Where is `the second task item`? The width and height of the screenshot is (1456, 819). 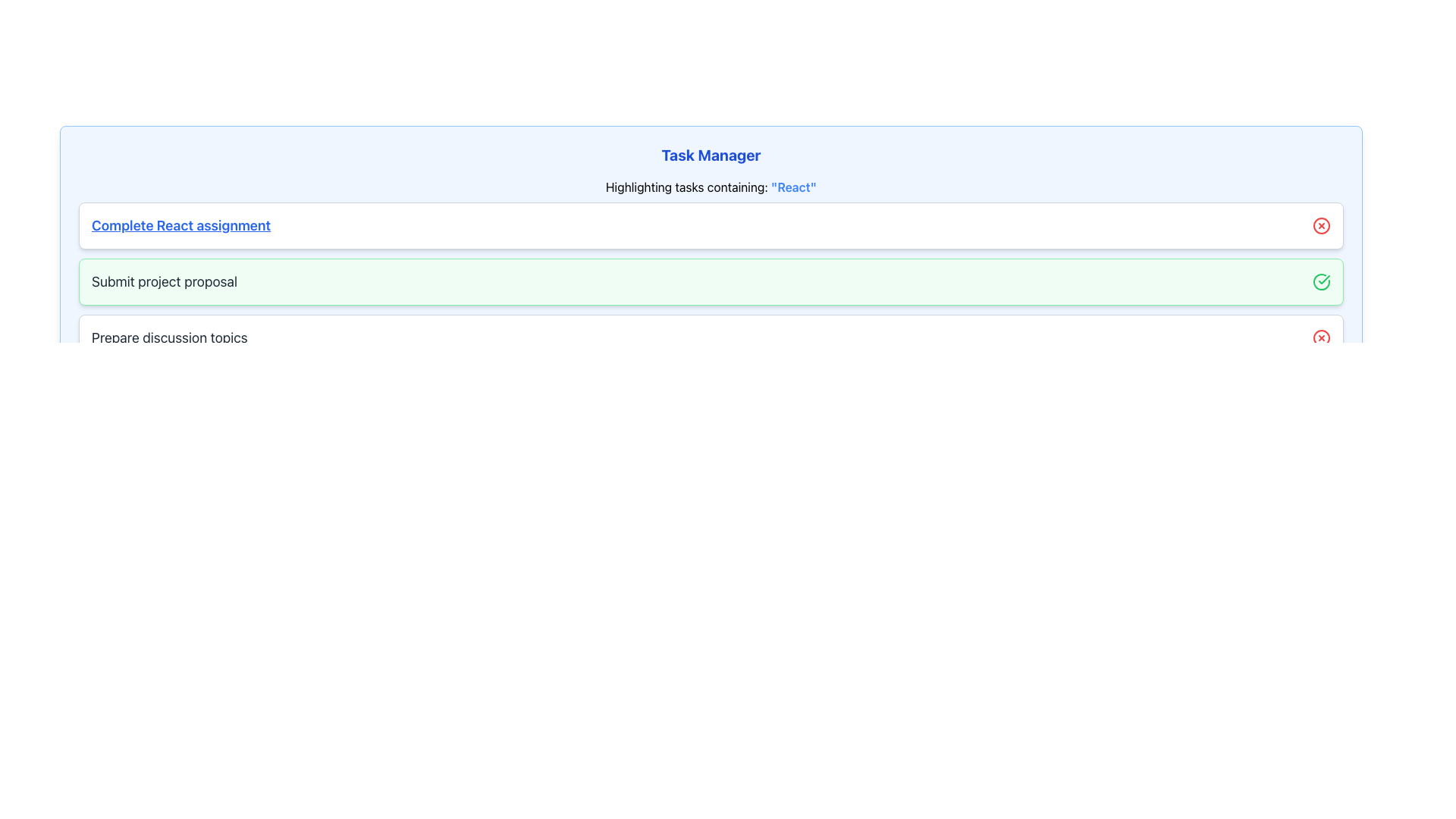 the second task item is located at coordinates (710, 281).